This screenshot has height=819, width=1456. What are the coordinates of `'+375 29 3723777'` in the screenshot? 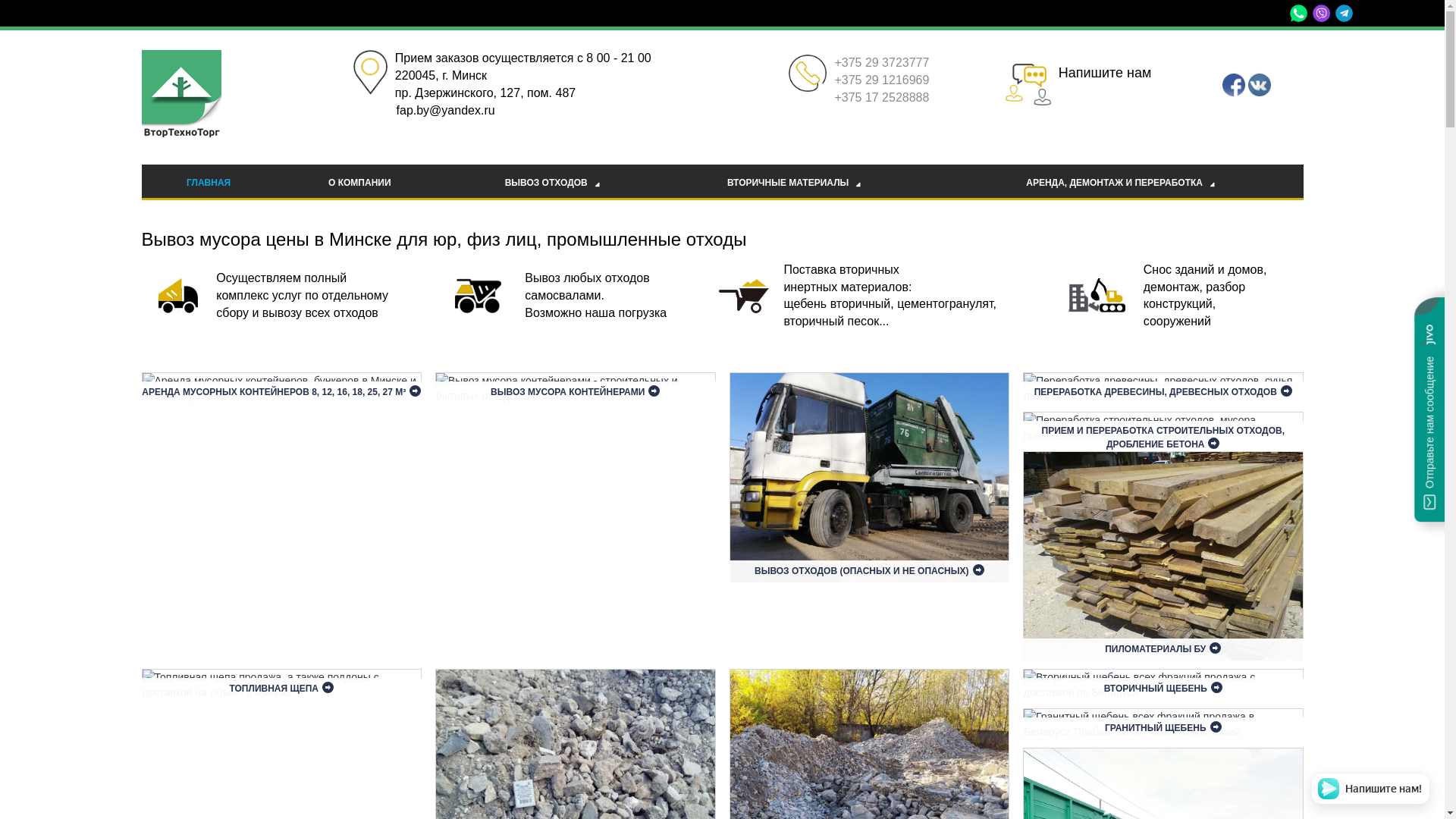 It's located at (833, 61).